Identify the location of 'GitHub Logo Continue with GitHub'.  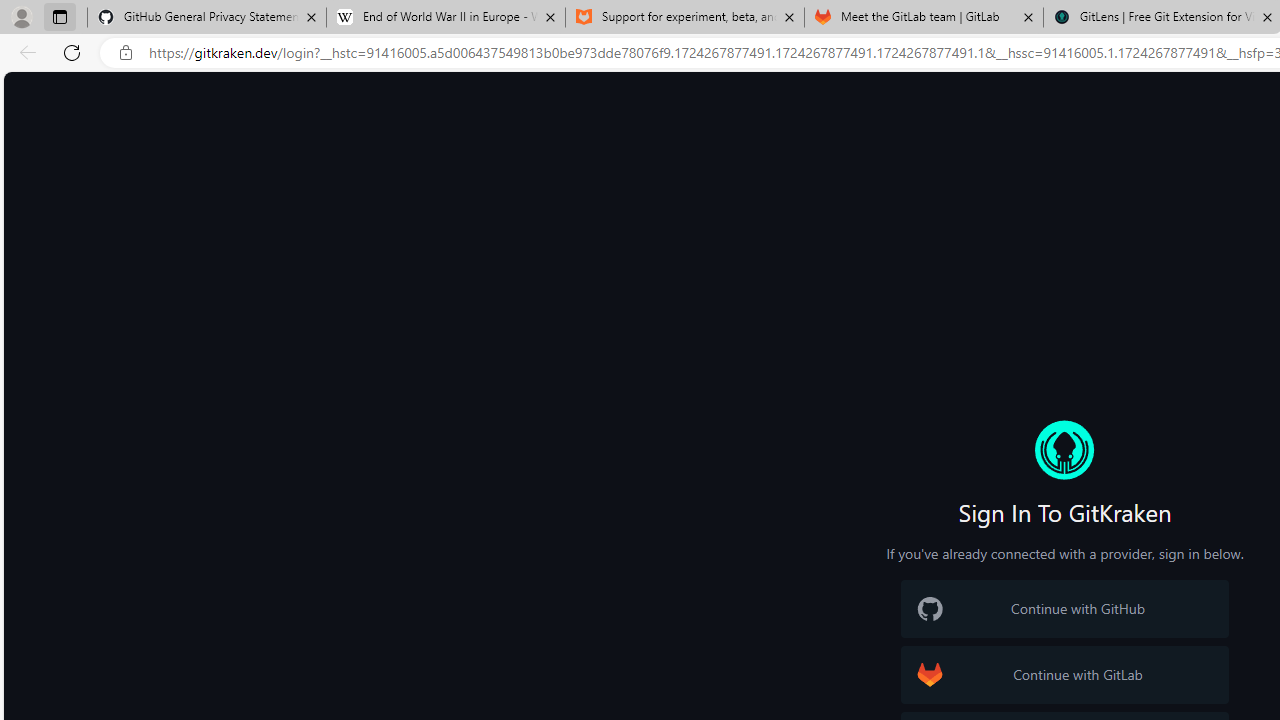
(1063, 608).